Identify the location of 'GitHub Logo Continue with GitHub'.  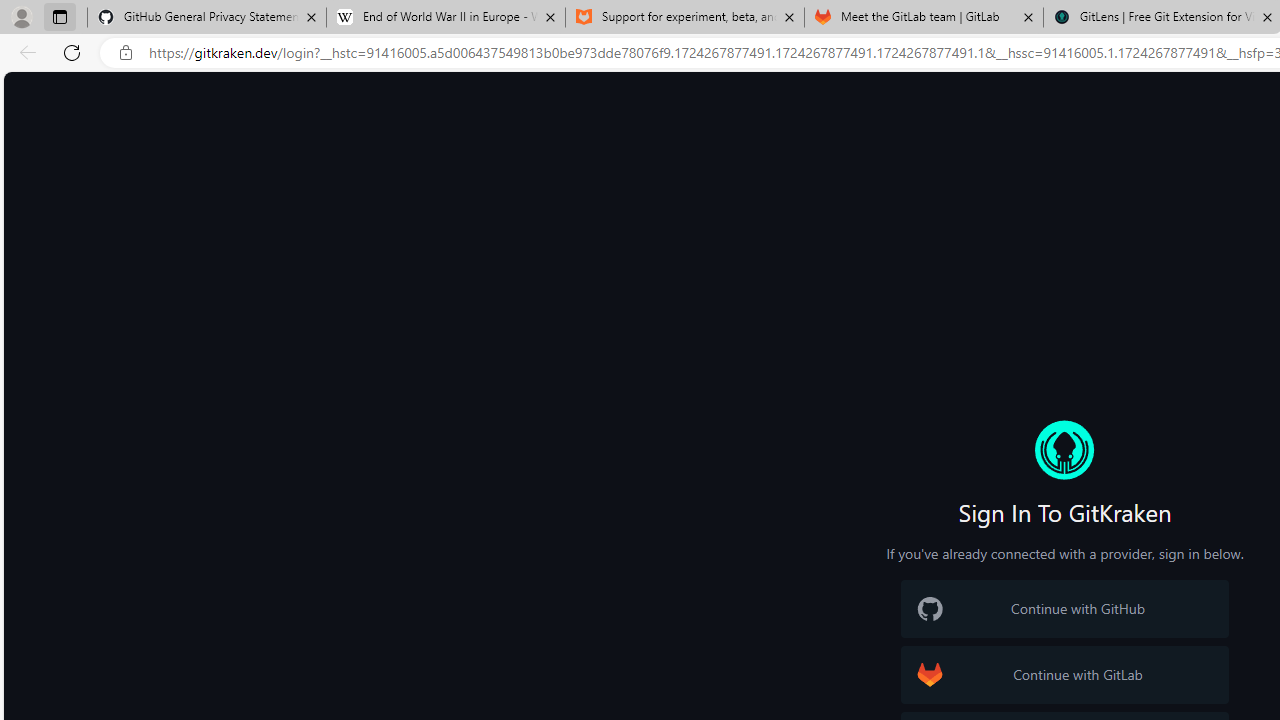
(1063, 608).